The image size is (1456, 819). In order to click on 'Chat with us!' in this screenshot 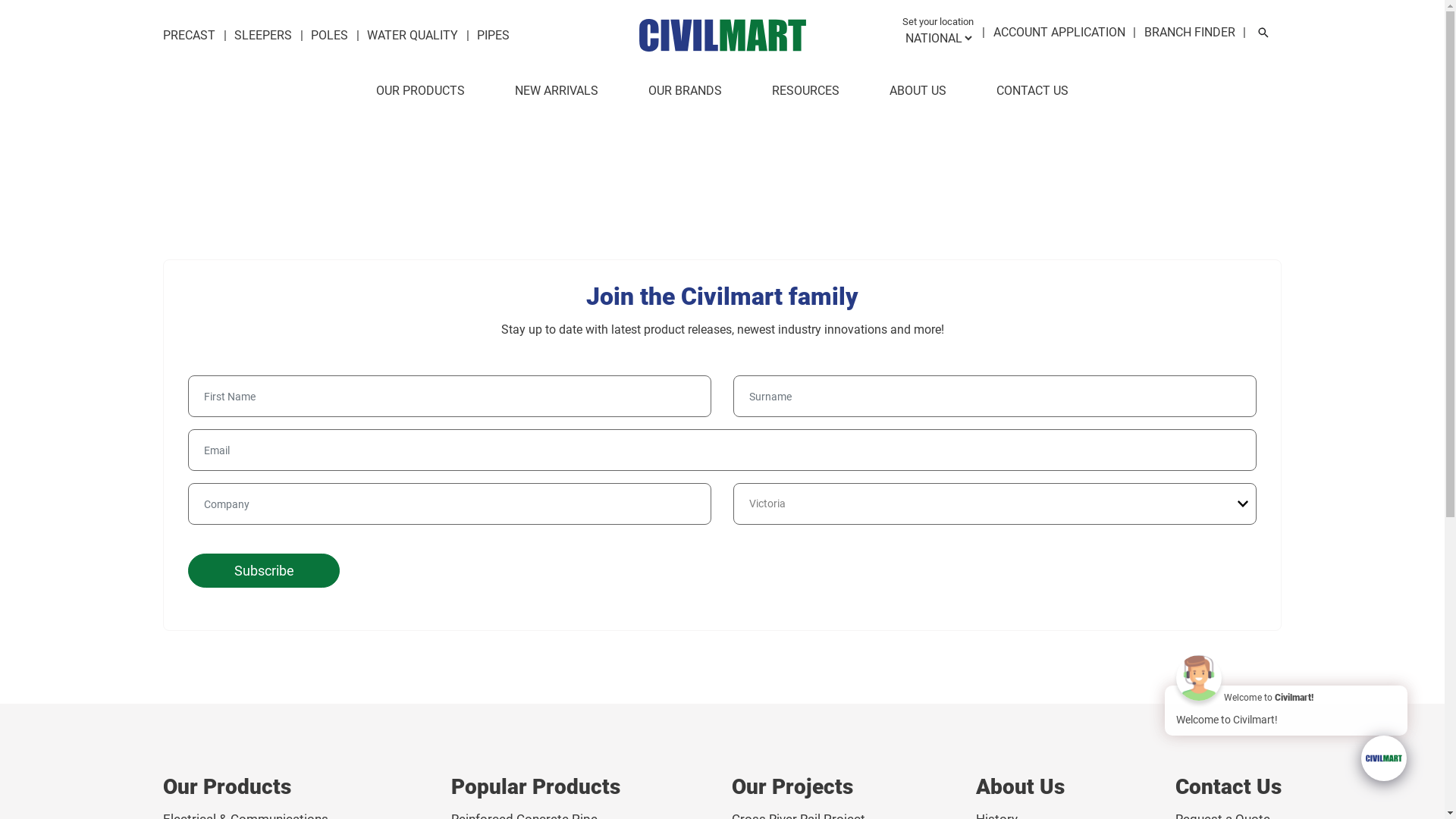, I will do `click(1383, 758)`.